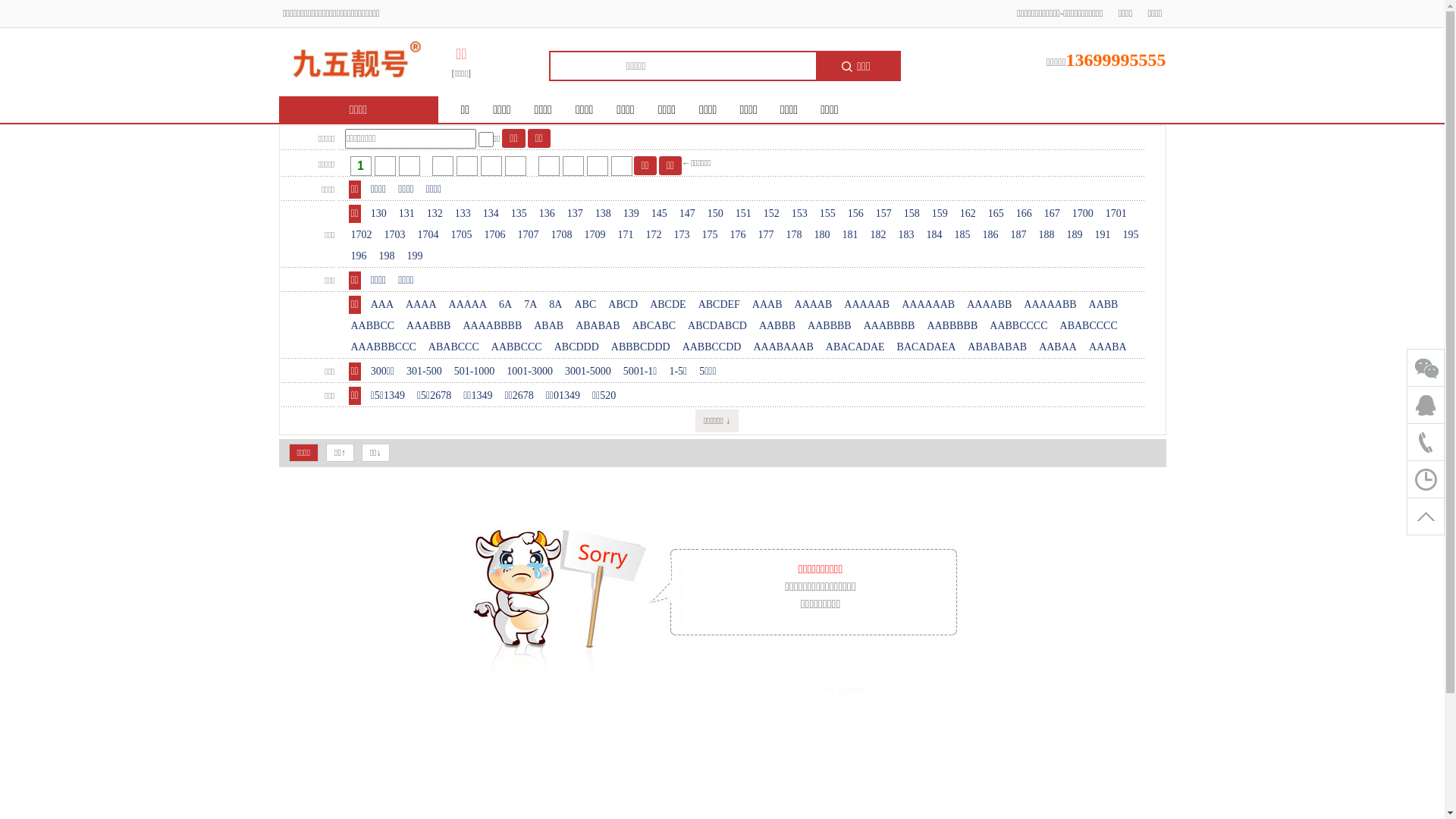 This screenshot has height=819, width=1456. Describe the element at coordinates (595, 234) in the screenshot. I see `'1709'` at that location.